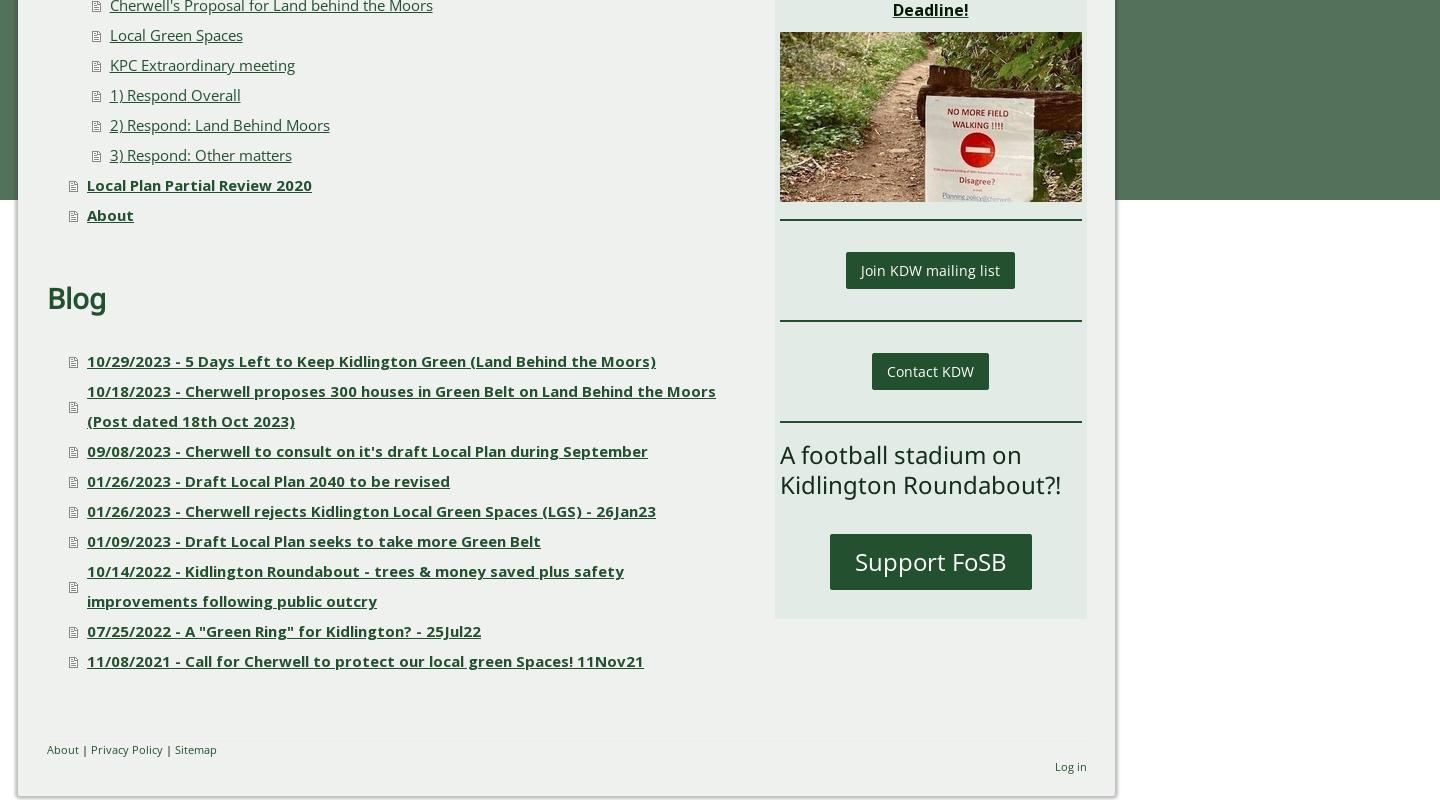 The width and height of the screenshot is (1440, 800). I want to click on '01/26/2023 - Draft Local Plan 2040 to be revised', so click(267, 481).